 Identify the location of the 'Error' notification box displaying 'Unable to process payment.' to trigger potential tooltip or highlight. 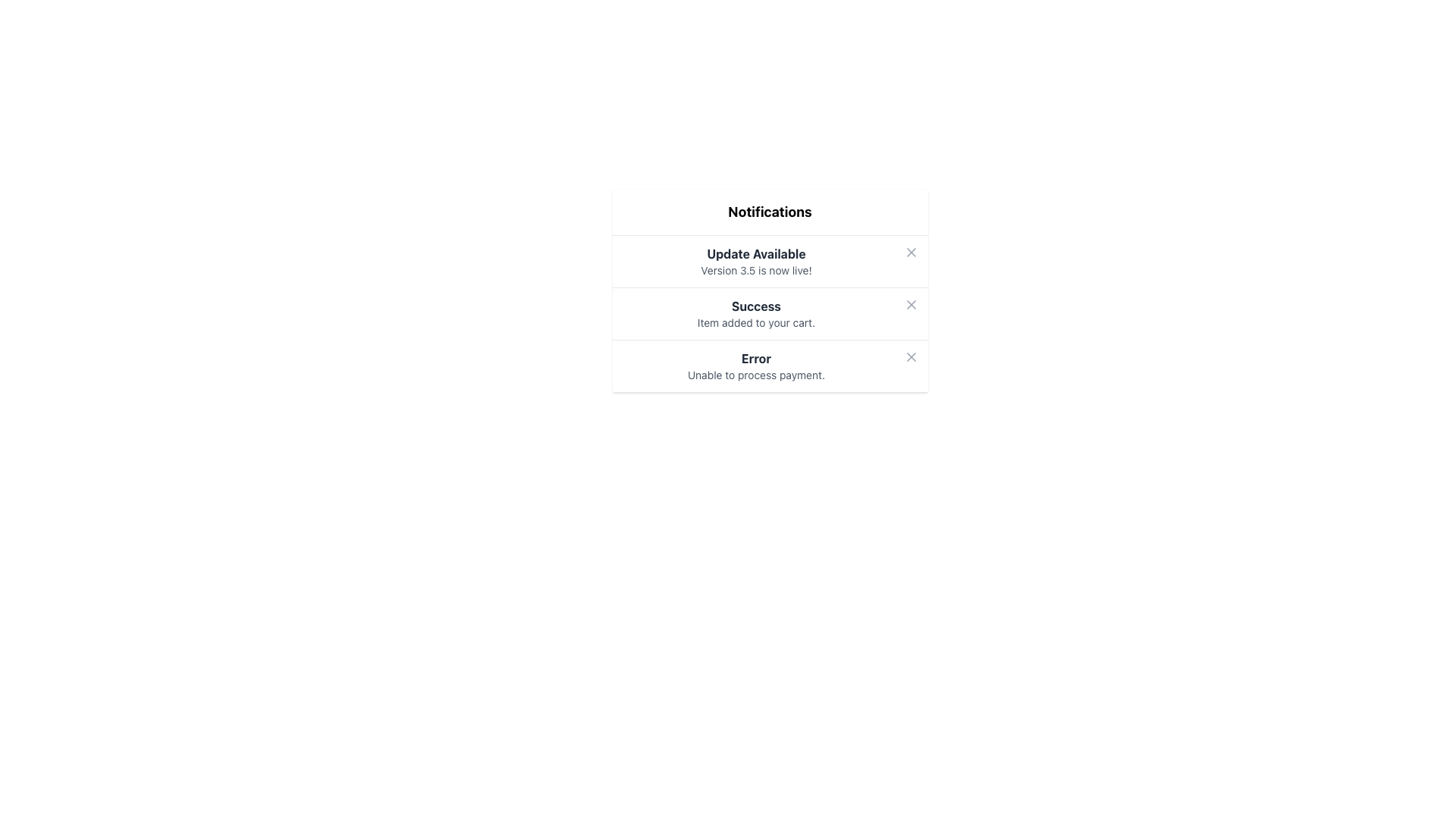
(770, 366).